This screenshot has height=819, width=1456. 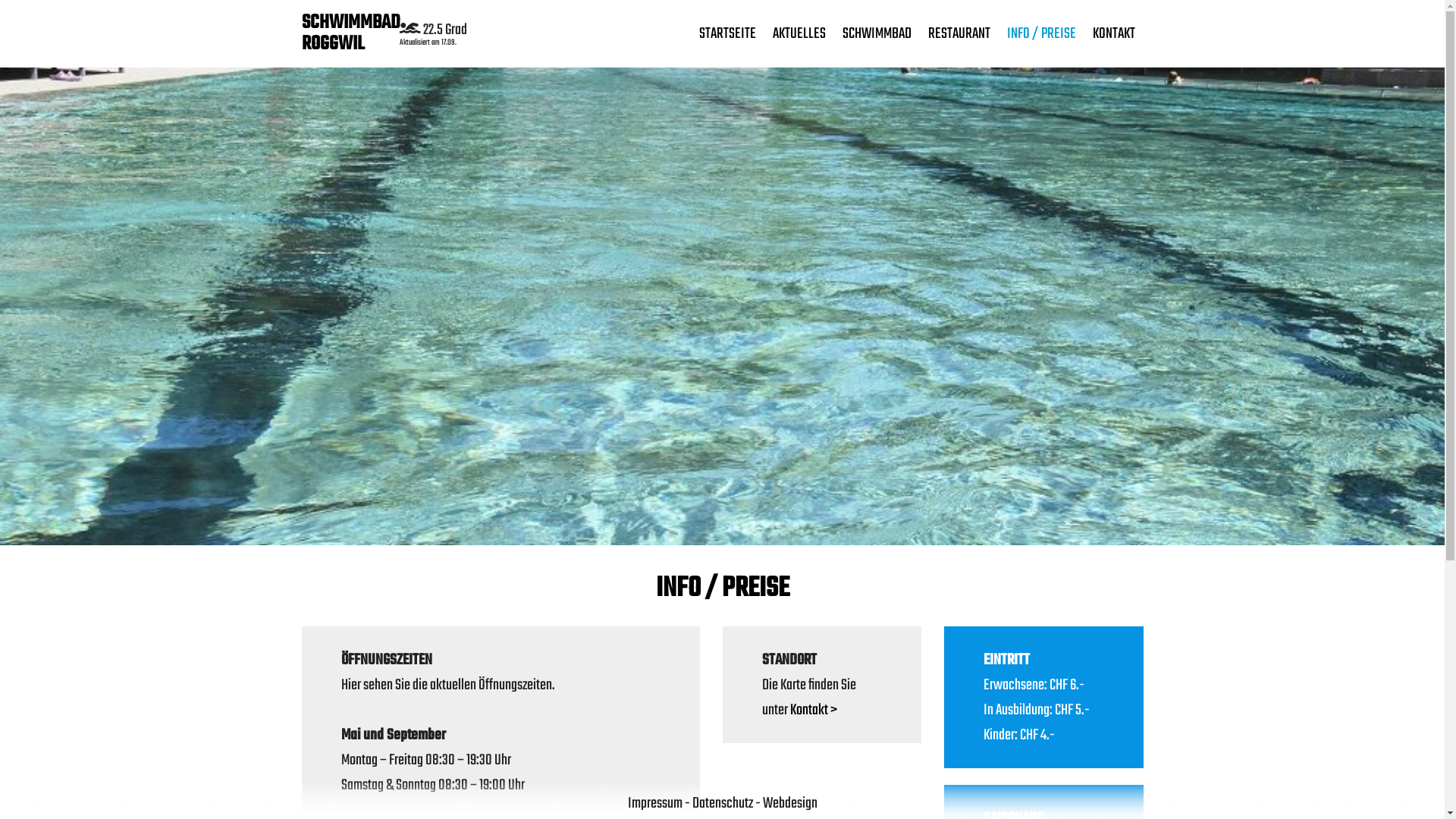 What do you see at coordinates (1040, 33) in the screenshot?
I see `'INFO / PREISE'` at bounding box center [1040, 33].